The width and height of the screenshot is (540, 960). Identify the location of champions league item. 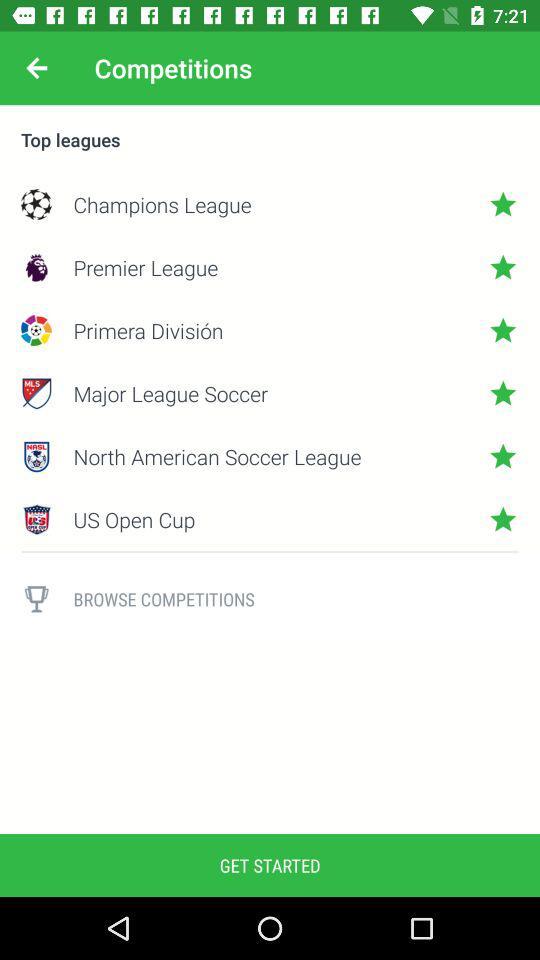
(270, 204).